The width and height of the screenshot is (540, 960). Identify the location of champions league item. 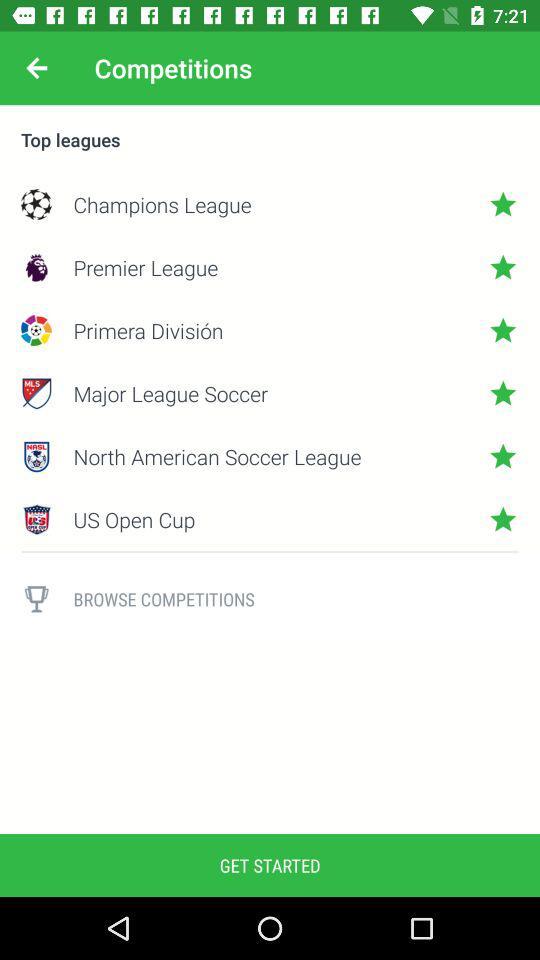
(270, 204).